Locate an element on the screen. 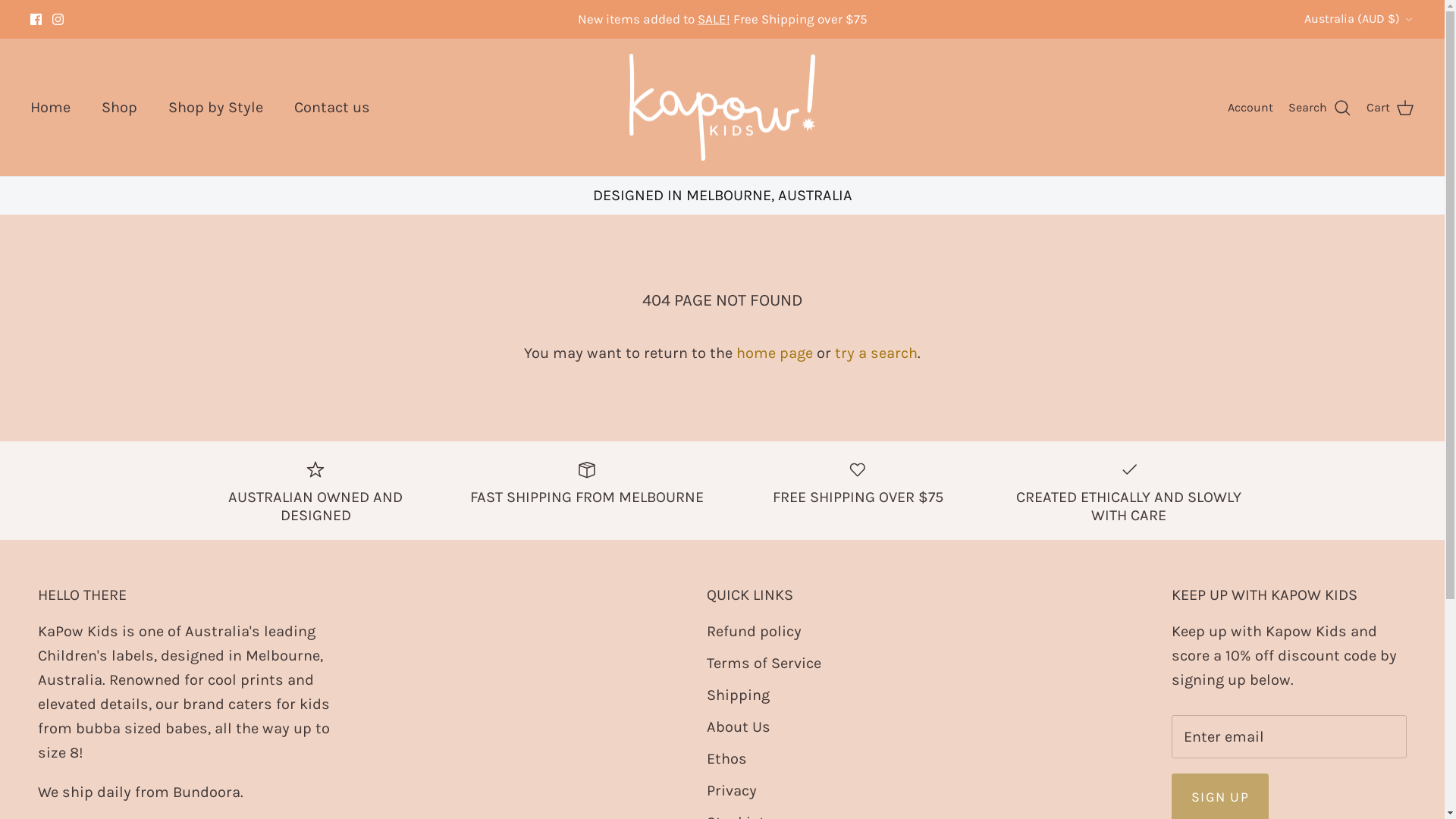  'Account' is located at coordinates (1227, 107).